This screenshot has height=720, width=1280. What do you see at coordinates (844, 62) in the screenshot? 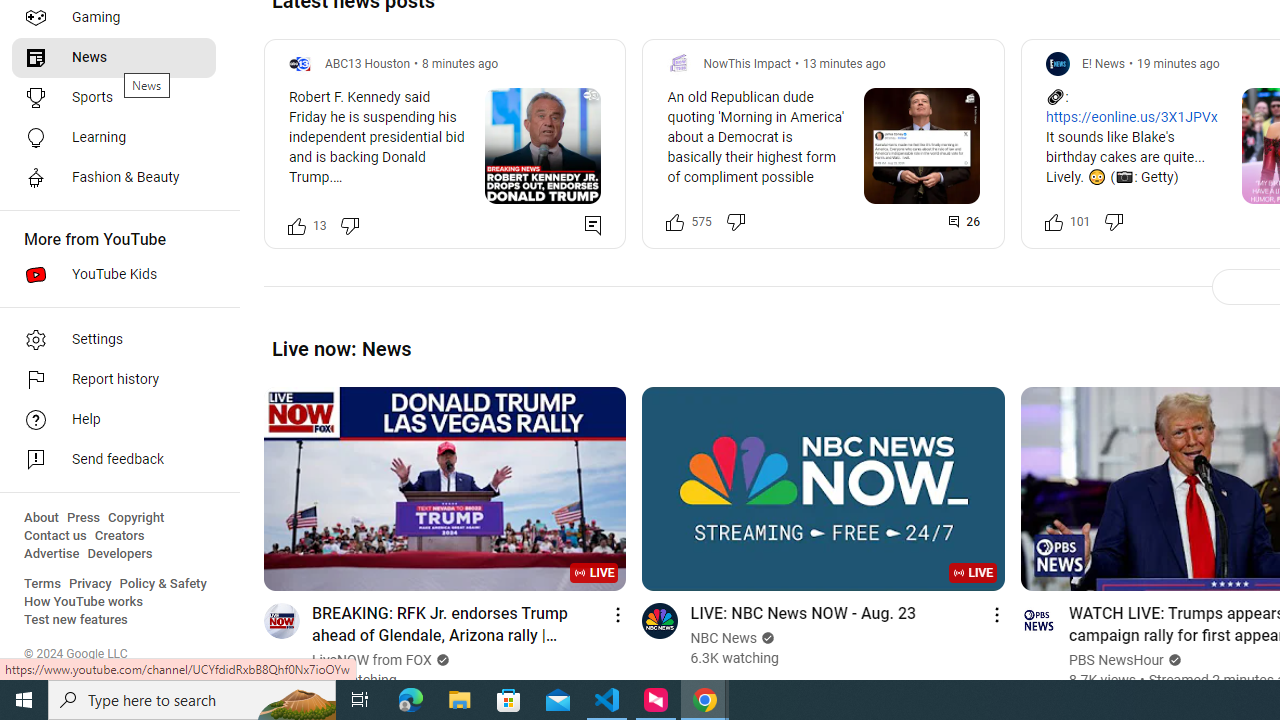
I see `'13 minutes ago'` at bounding box center [844, 62].